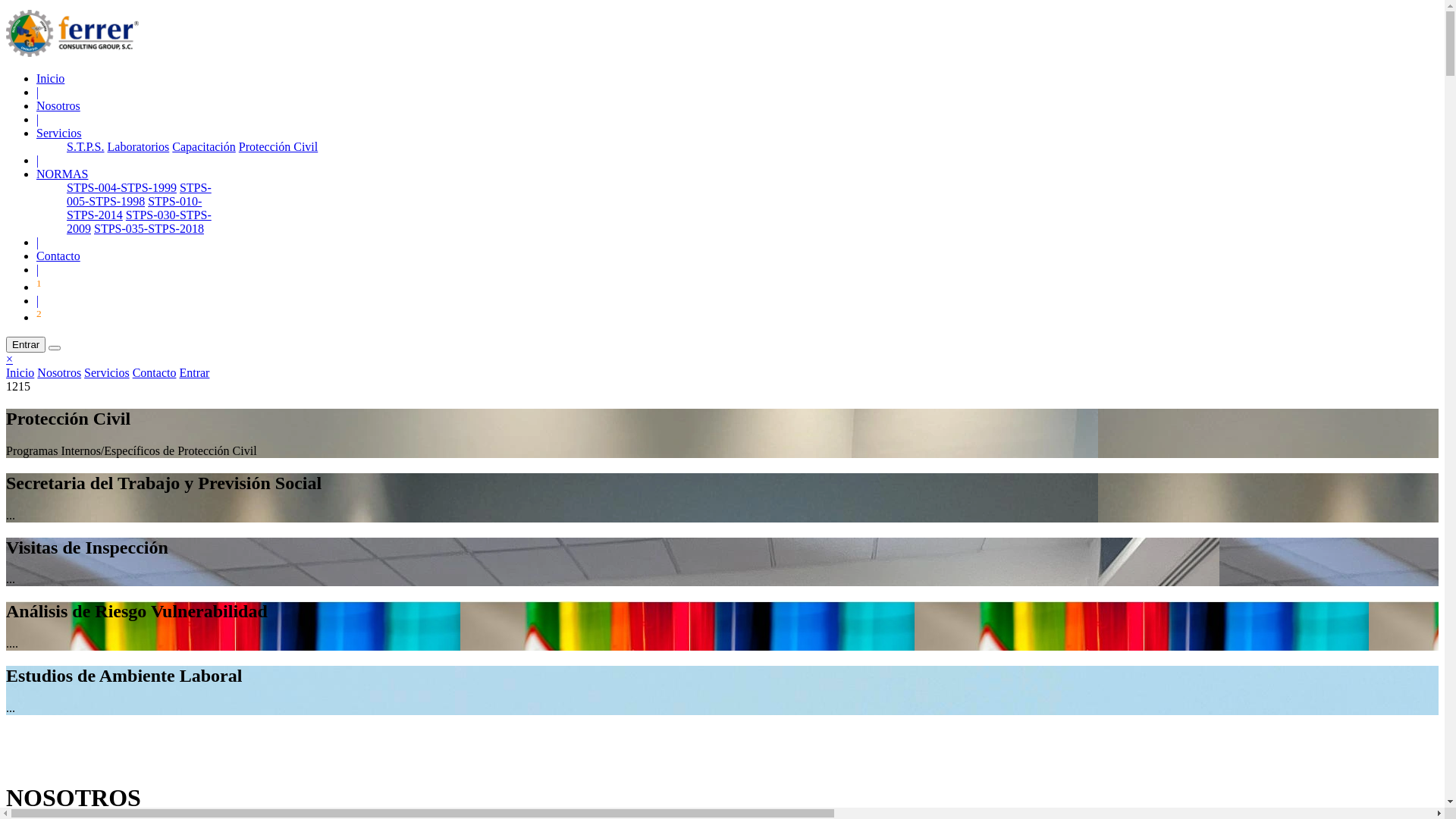  What do you see at coordinates (138, 146) in the screenshot?
I see `'Laboratorios'` at bounding box center [138, 146].